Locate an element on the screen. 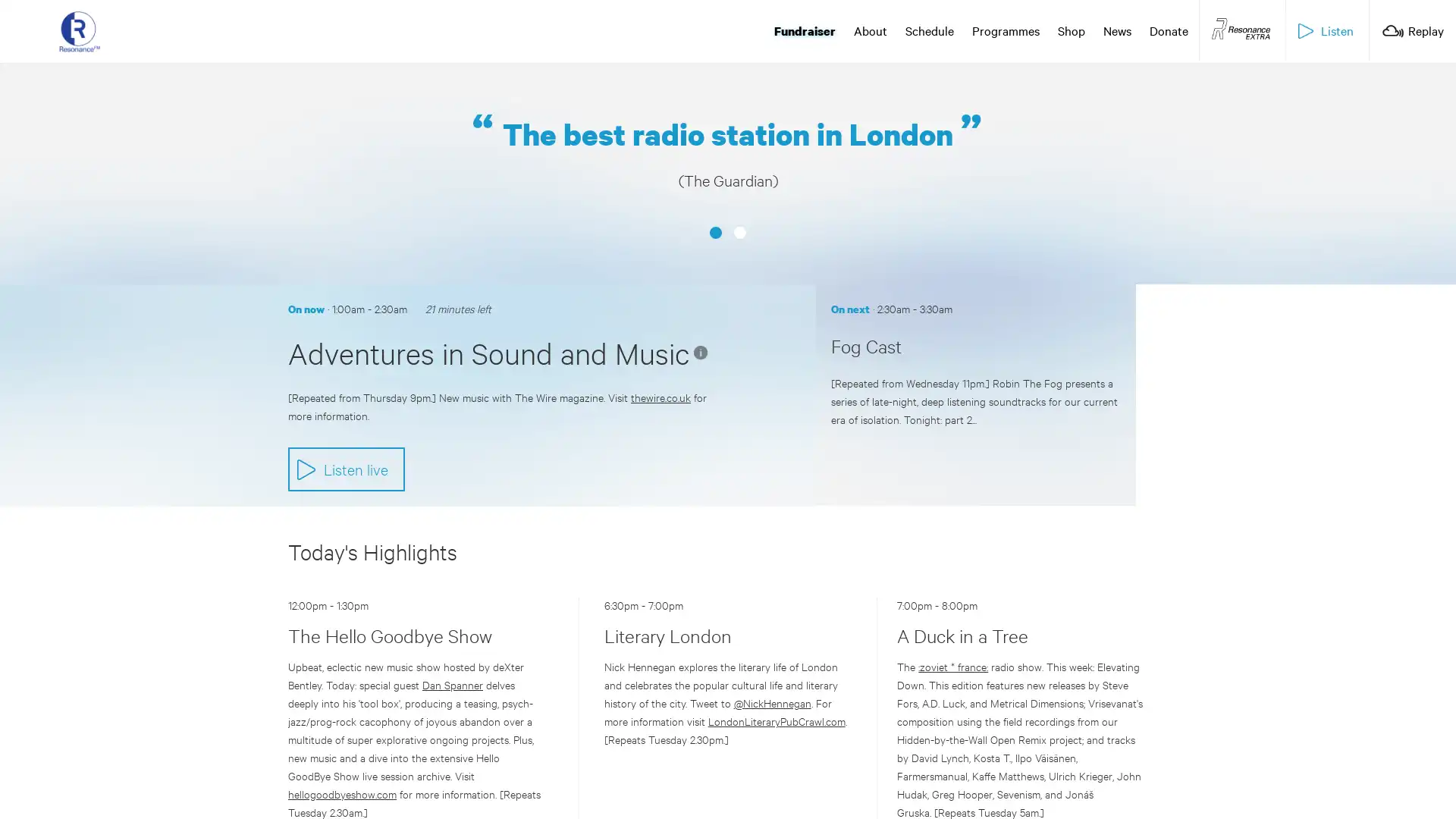  2 is located at coordinates (739, 190).